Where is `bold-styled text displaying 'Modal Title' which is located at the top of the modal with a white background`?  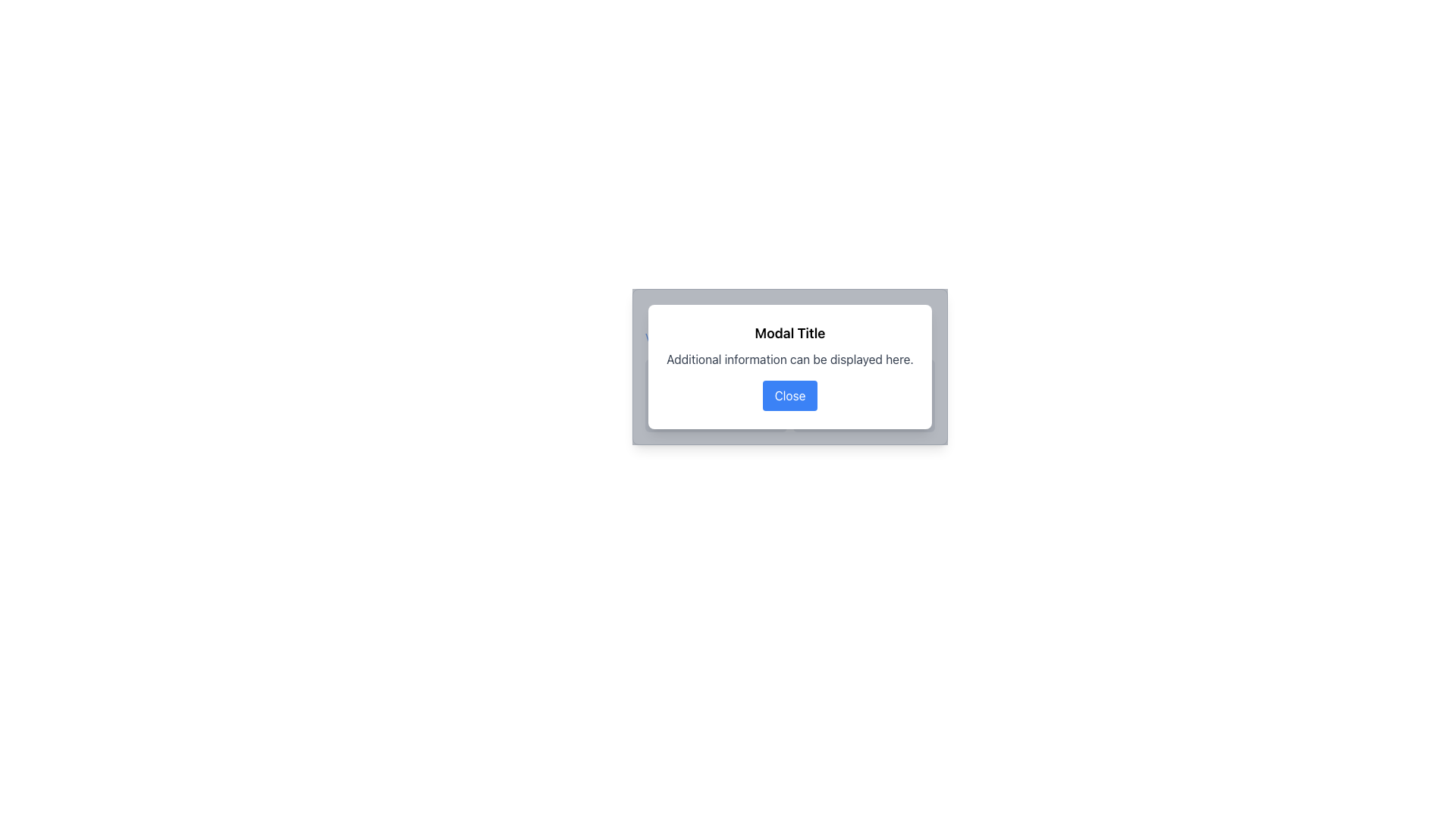
bold-styled text displaying 'Modal Title' which is located at the top of the modal with a white background is located at coordinates (789, 332).